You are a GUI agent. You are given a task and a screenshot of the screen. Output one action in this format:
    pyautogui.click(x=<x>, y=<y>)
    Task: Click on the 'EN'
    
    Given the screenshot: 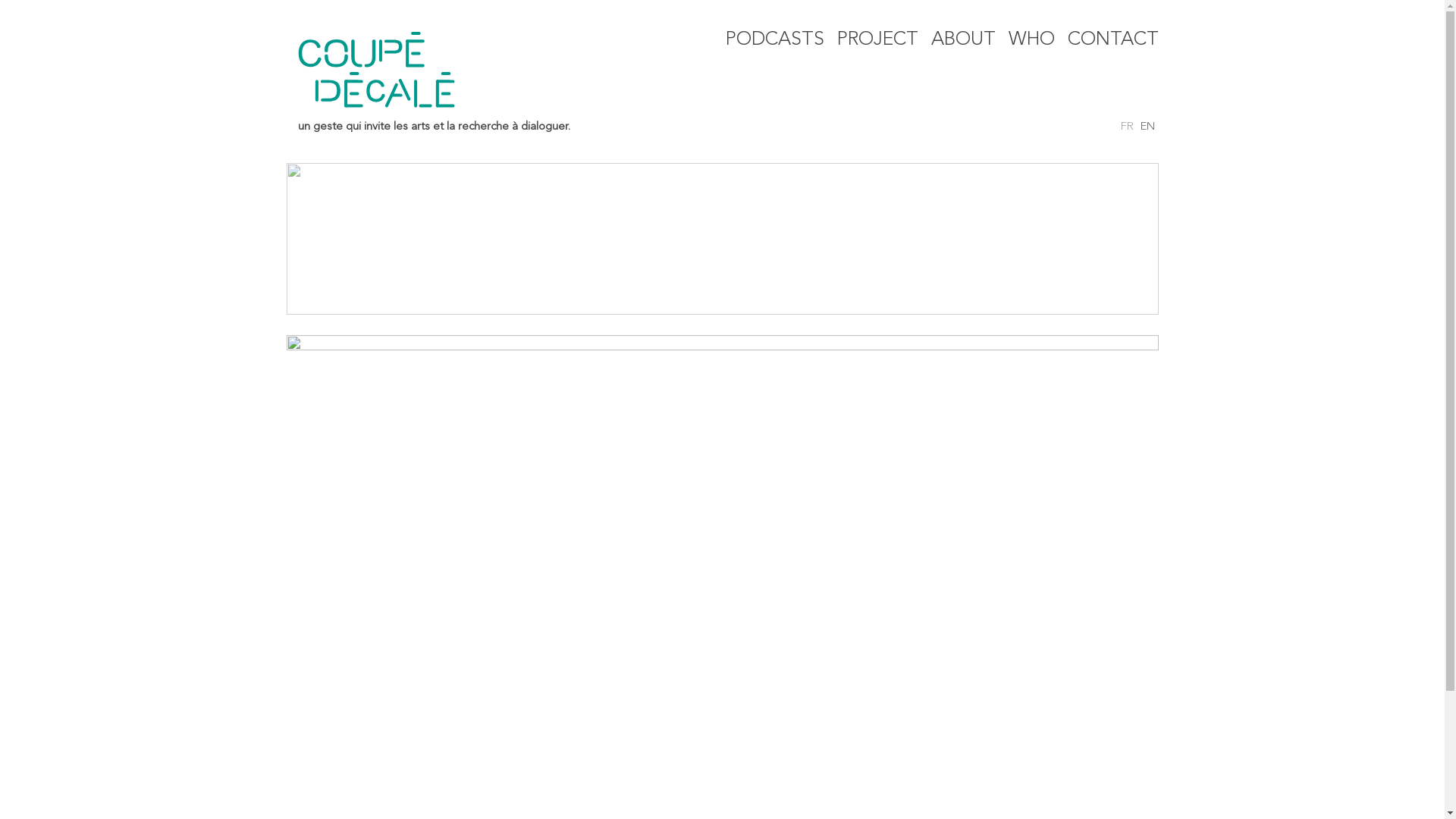 What is the action you would take?
    pyautogui.click(x=1147, y=126)
    